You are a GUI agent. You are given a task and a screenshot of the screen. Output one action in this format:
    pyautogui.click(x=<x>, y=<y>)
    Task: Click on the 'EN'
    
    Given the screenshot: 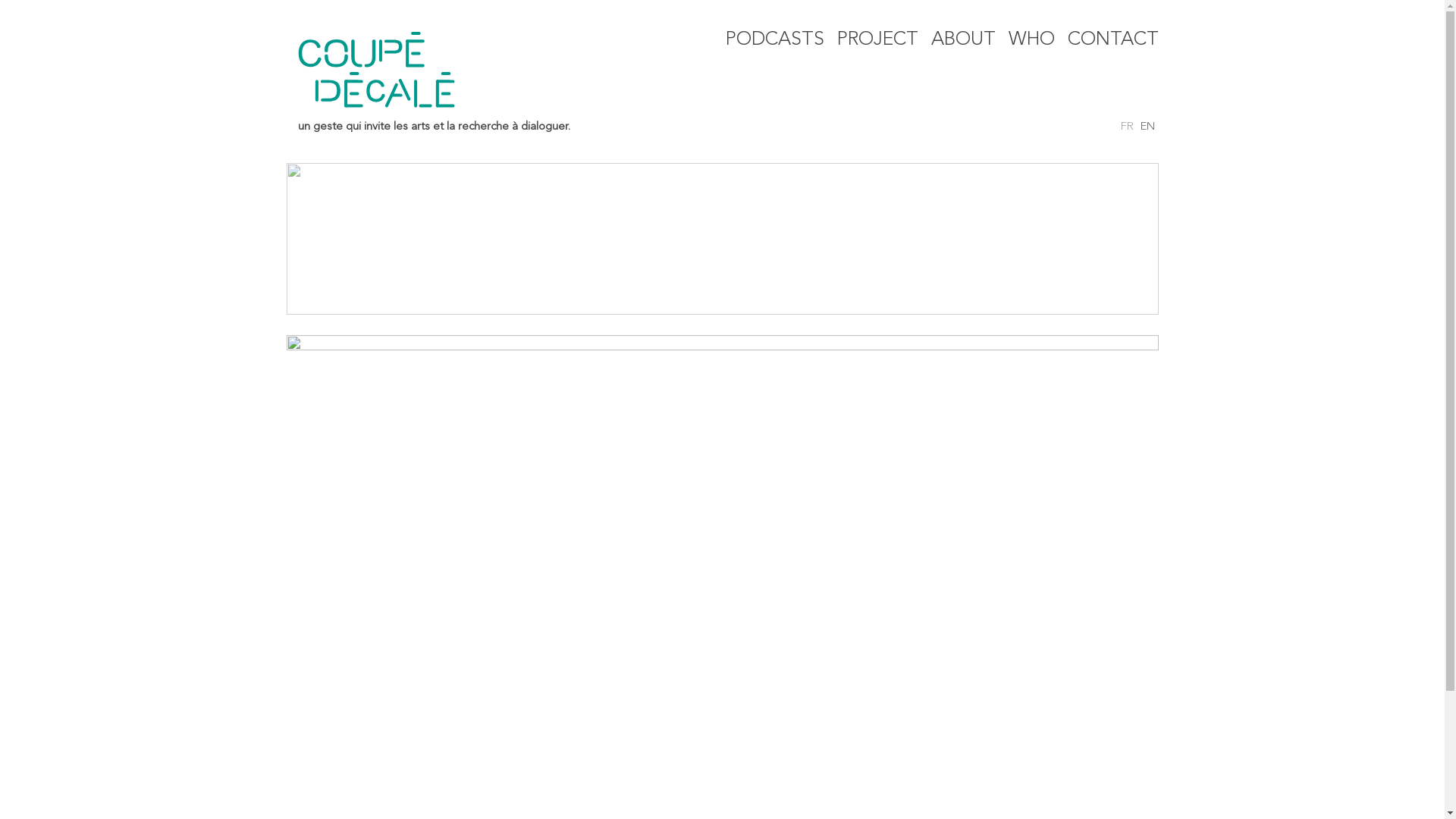 What is the action you would take?
    pyautogui.click(x=1147, y=126)
    